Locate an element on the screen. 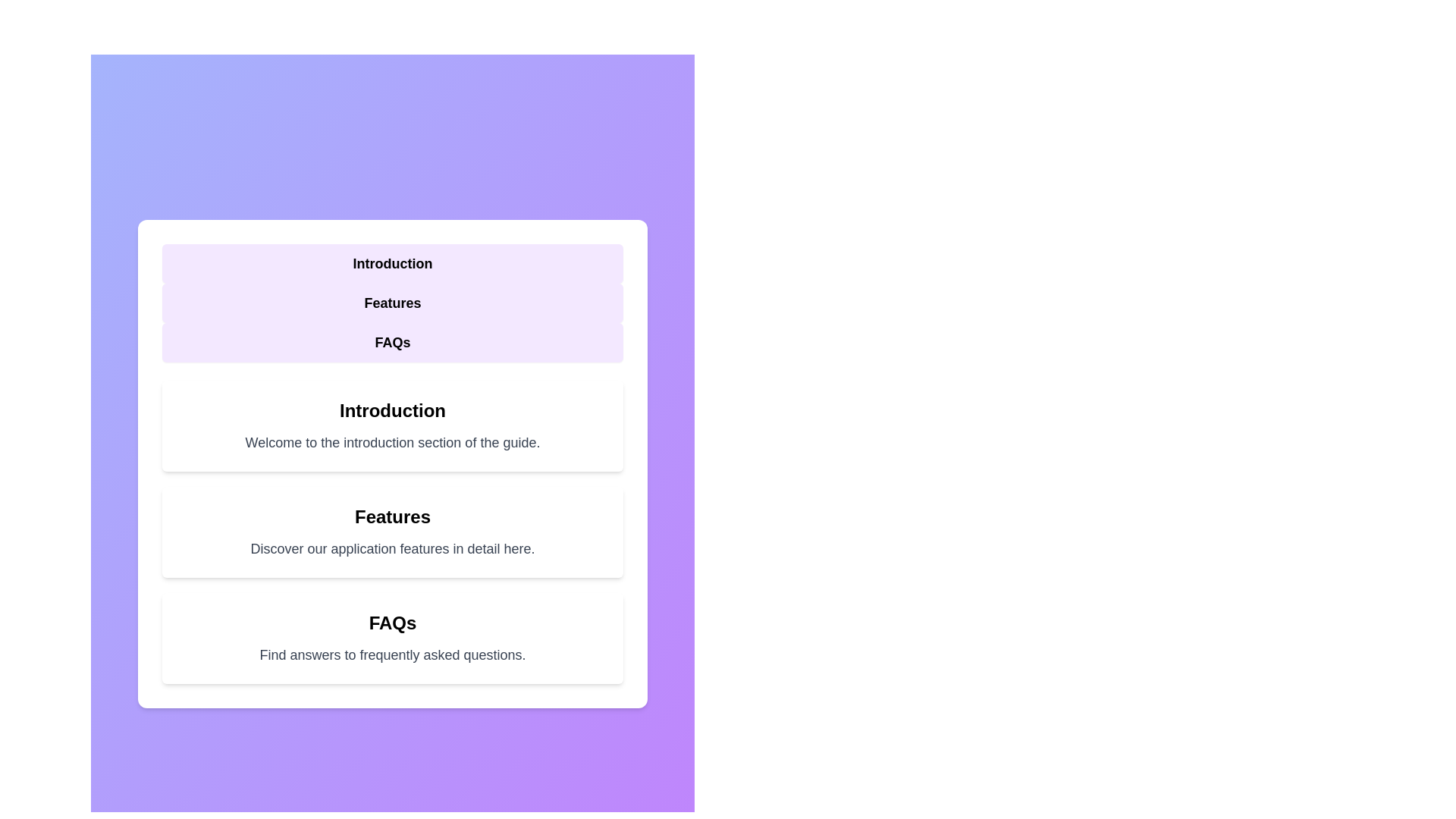 The height and width of the screenshot is (819, 1456). the 'Features' informational section is located at coordinates (393, 532).